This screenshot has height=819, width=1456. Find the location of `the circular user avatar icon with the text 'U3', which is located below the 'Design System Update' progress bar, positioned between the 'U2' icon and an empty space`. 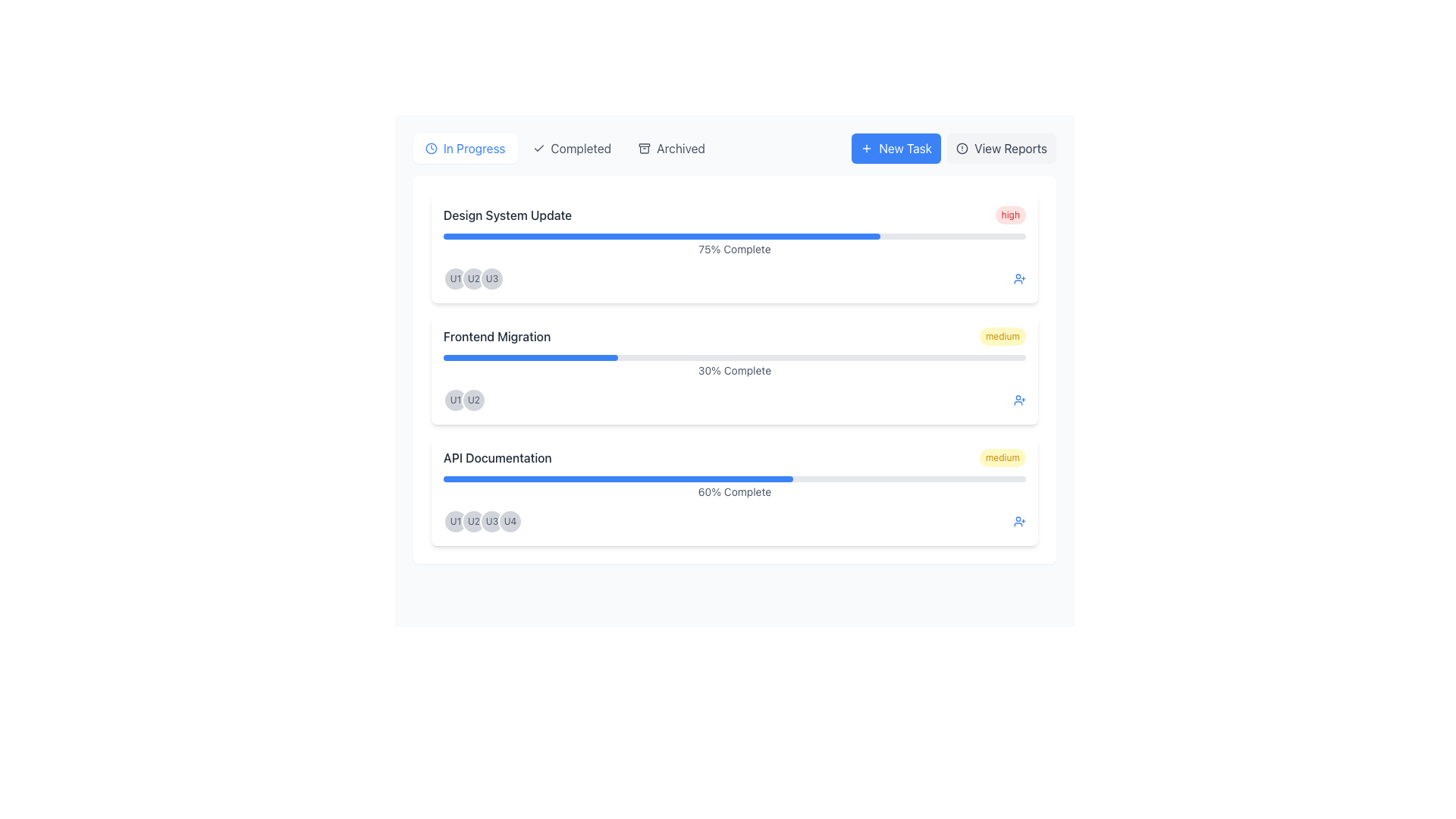

the circular user avatar icon with the text 'U3', which is located below the 'Design System Update' progress bar, positioned between the 'U2' icon and an empty space is located at coordinates (491, 278).